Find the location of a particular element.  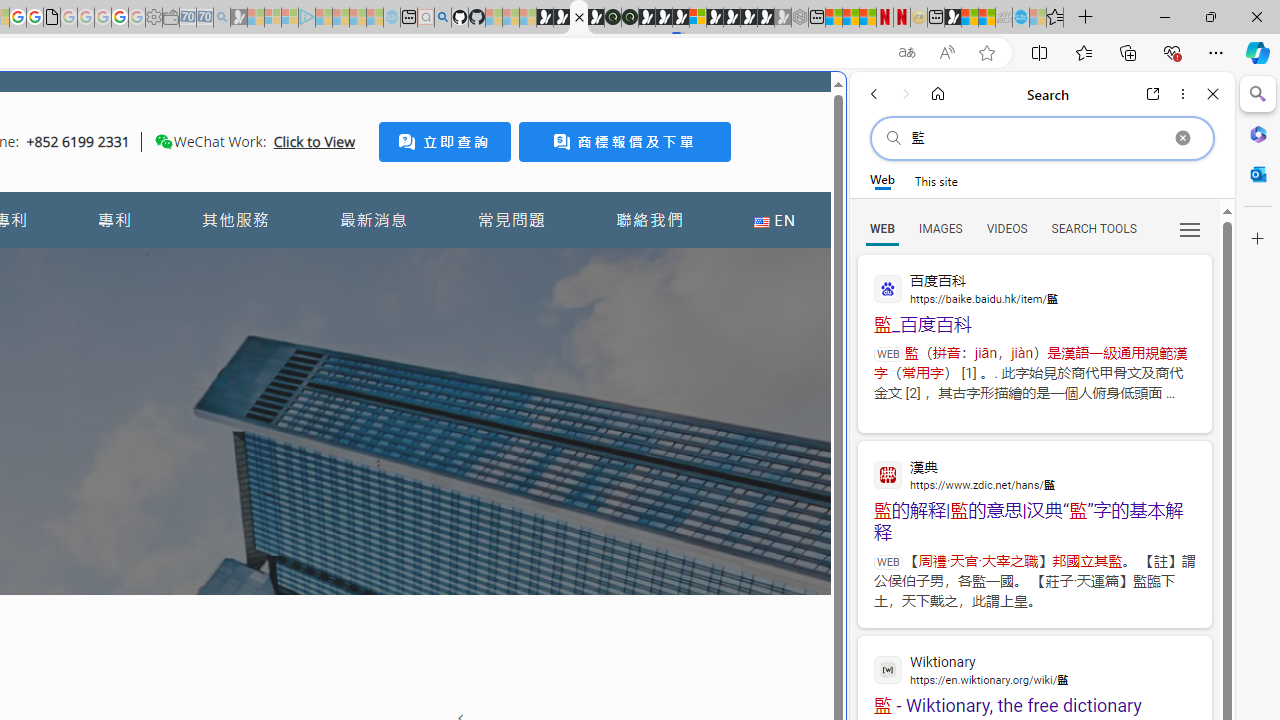

'github - Search' is located at coordinates (441, 17).